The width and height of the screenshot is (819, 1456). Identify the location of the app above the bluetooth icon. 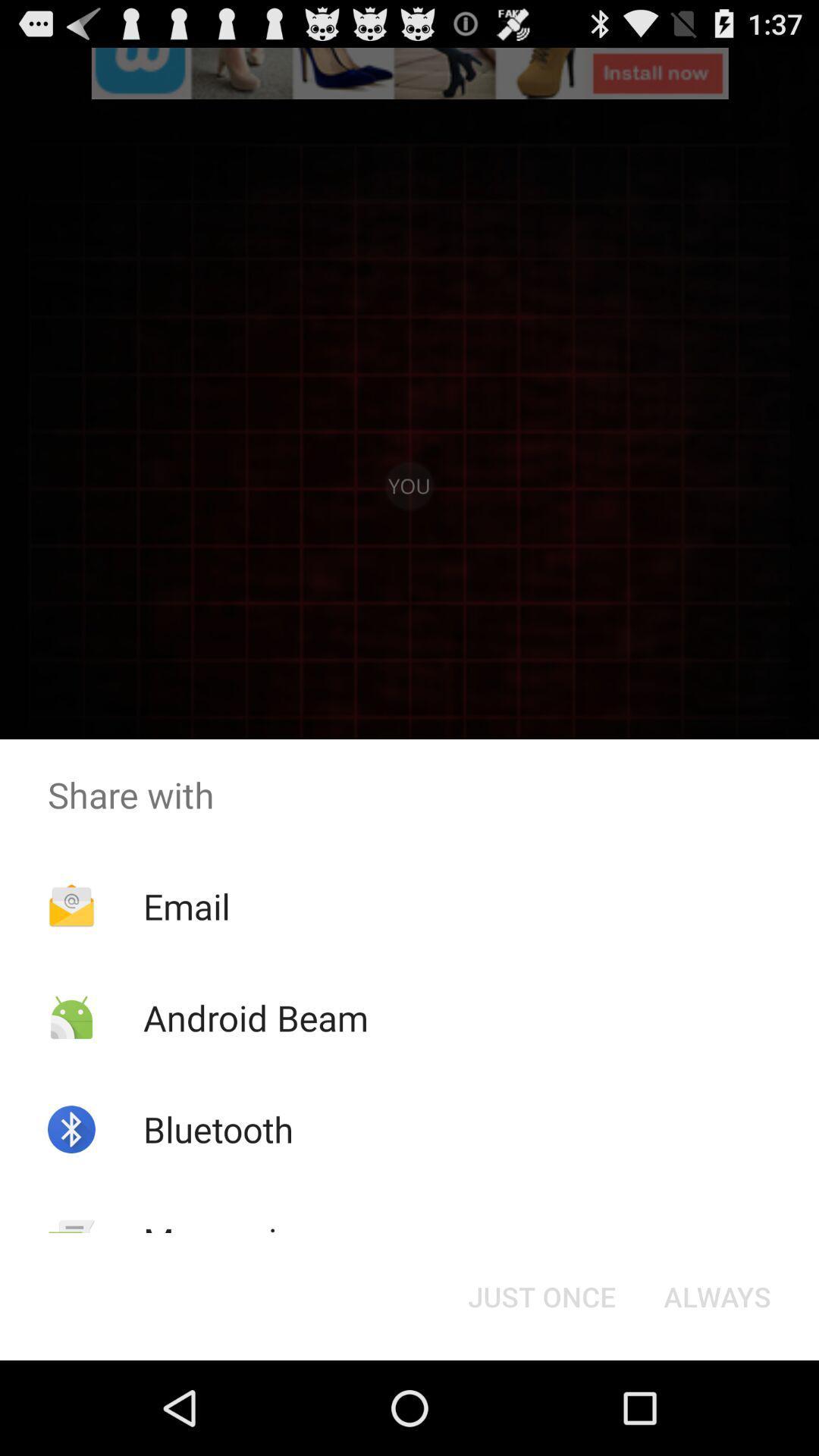
(255, 1018).